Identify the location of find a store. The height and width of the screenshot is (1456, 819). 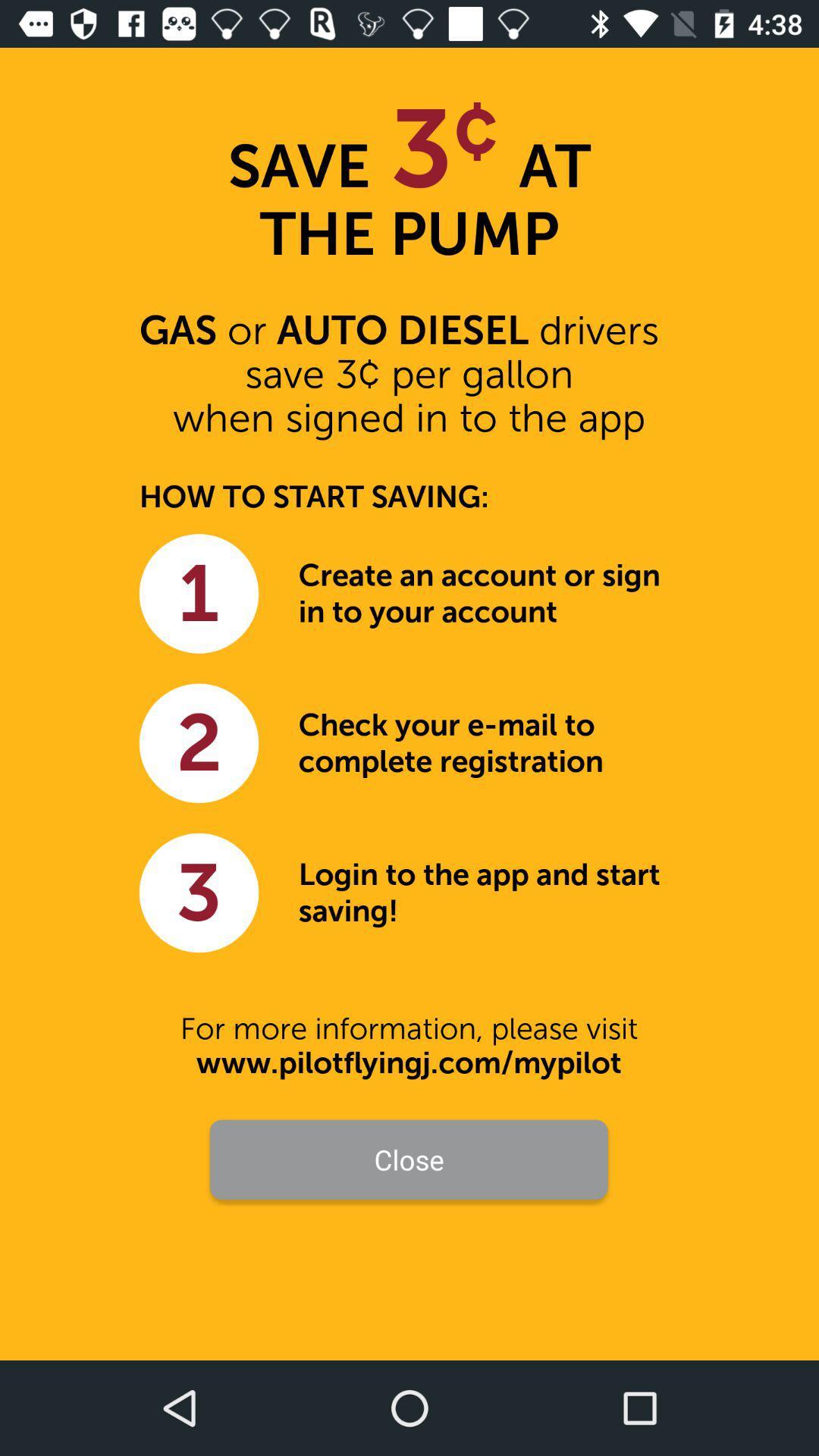
(409, 1230).